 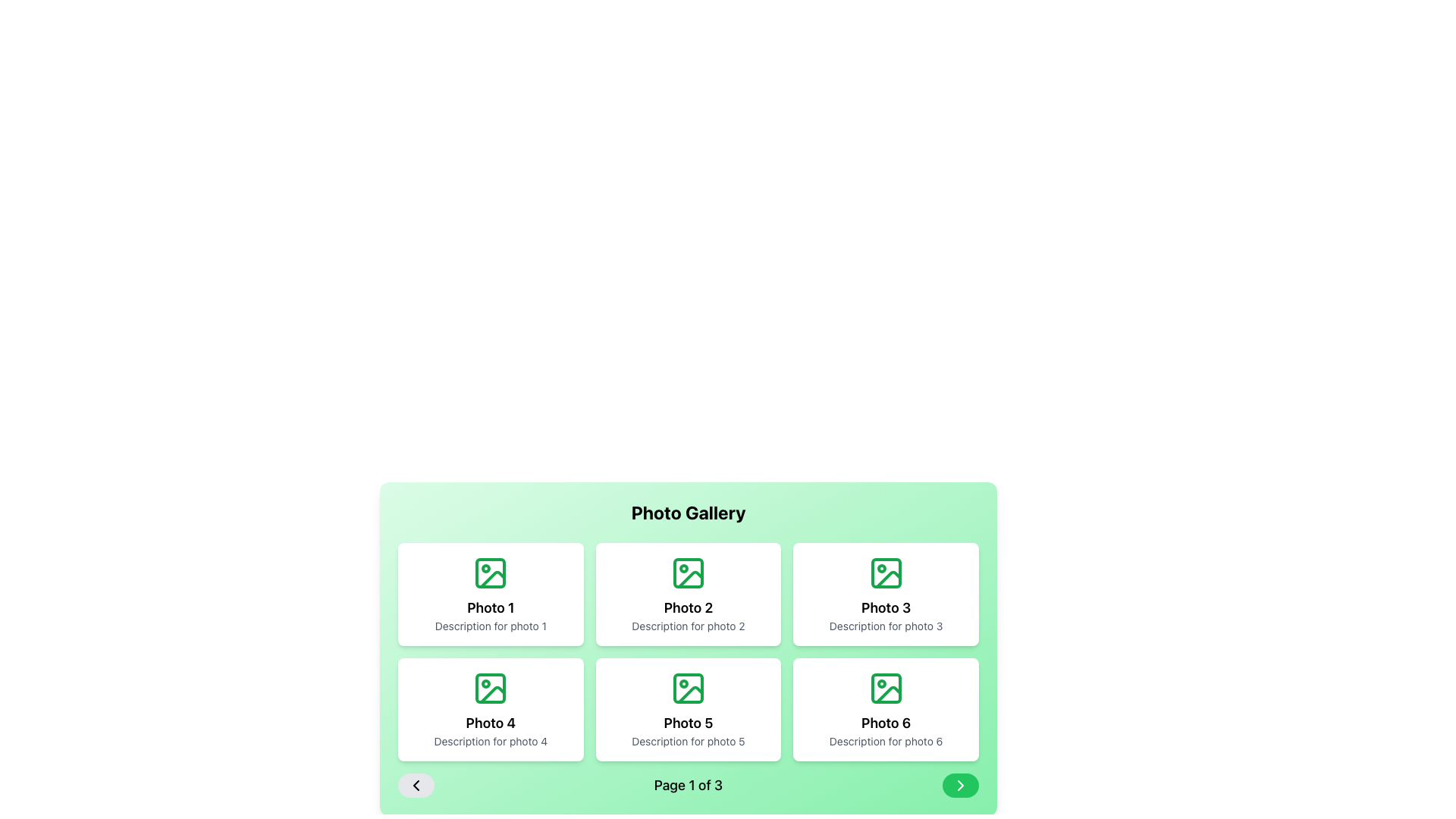 What do you see at coordinates (886, 593) in the screenshot?
I see `the third card element in the photo gallery grid` at bounding box center [886, 593].